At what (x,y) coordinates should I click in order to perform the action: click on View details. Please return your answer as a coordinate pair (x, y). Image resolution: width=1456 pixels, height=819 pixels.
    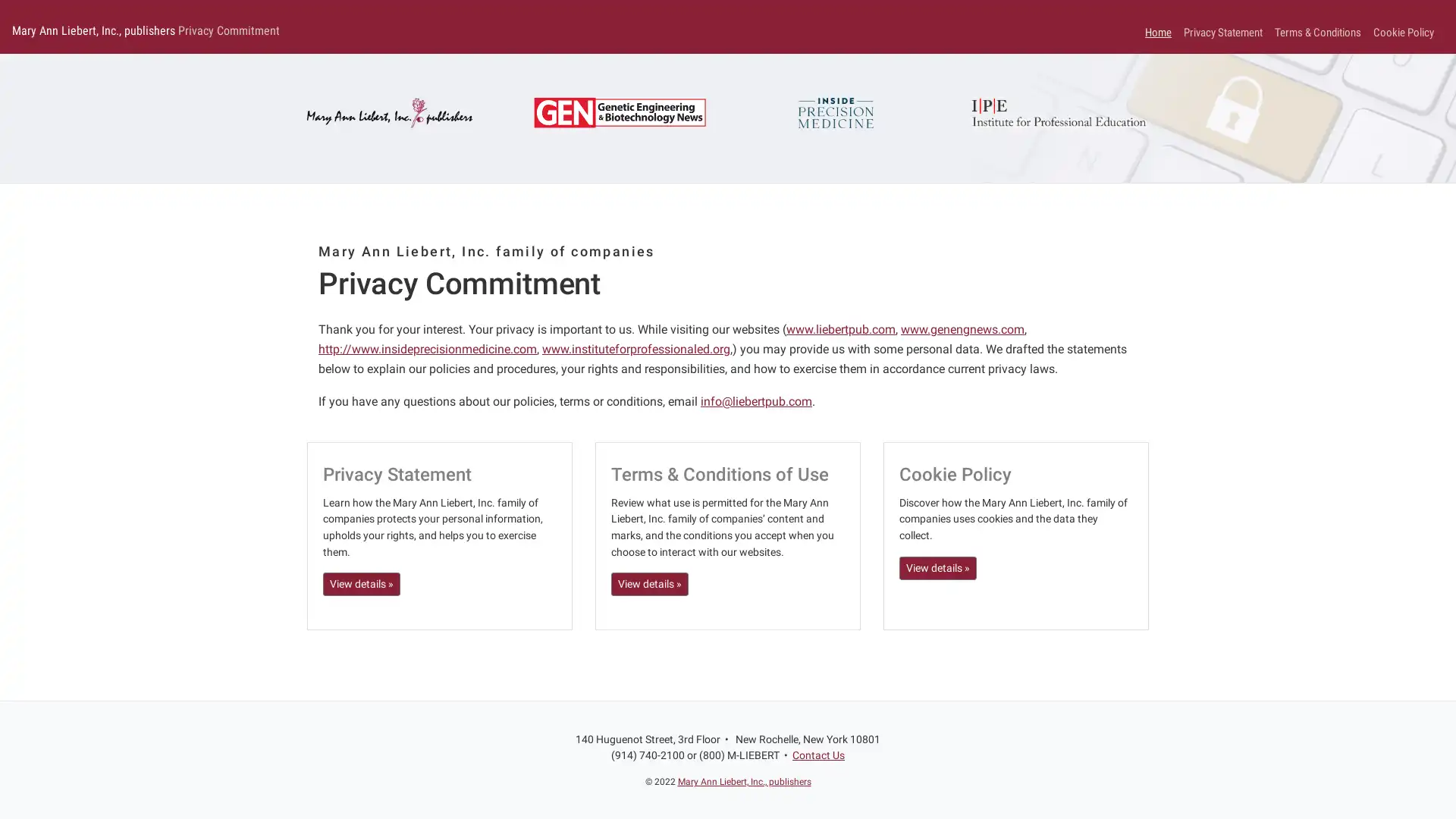
    Looking at the image, I should click on (937, 567).